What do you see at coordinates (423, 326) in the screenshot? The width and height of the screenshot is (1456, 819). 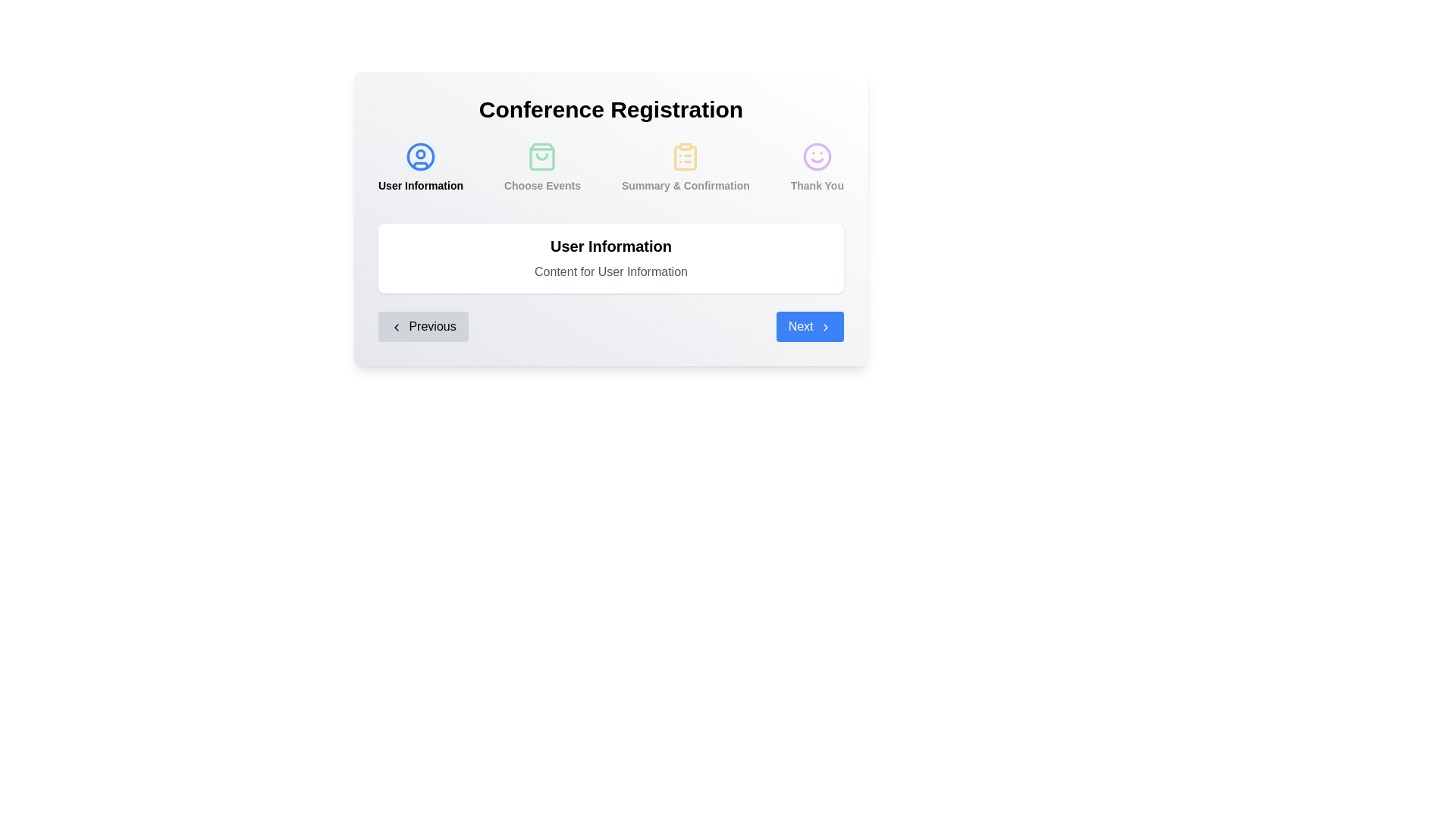 I see `the 'Previous' button with a gray background and rounded corners to observe potential visual effects` at bounding box center [423, 326].